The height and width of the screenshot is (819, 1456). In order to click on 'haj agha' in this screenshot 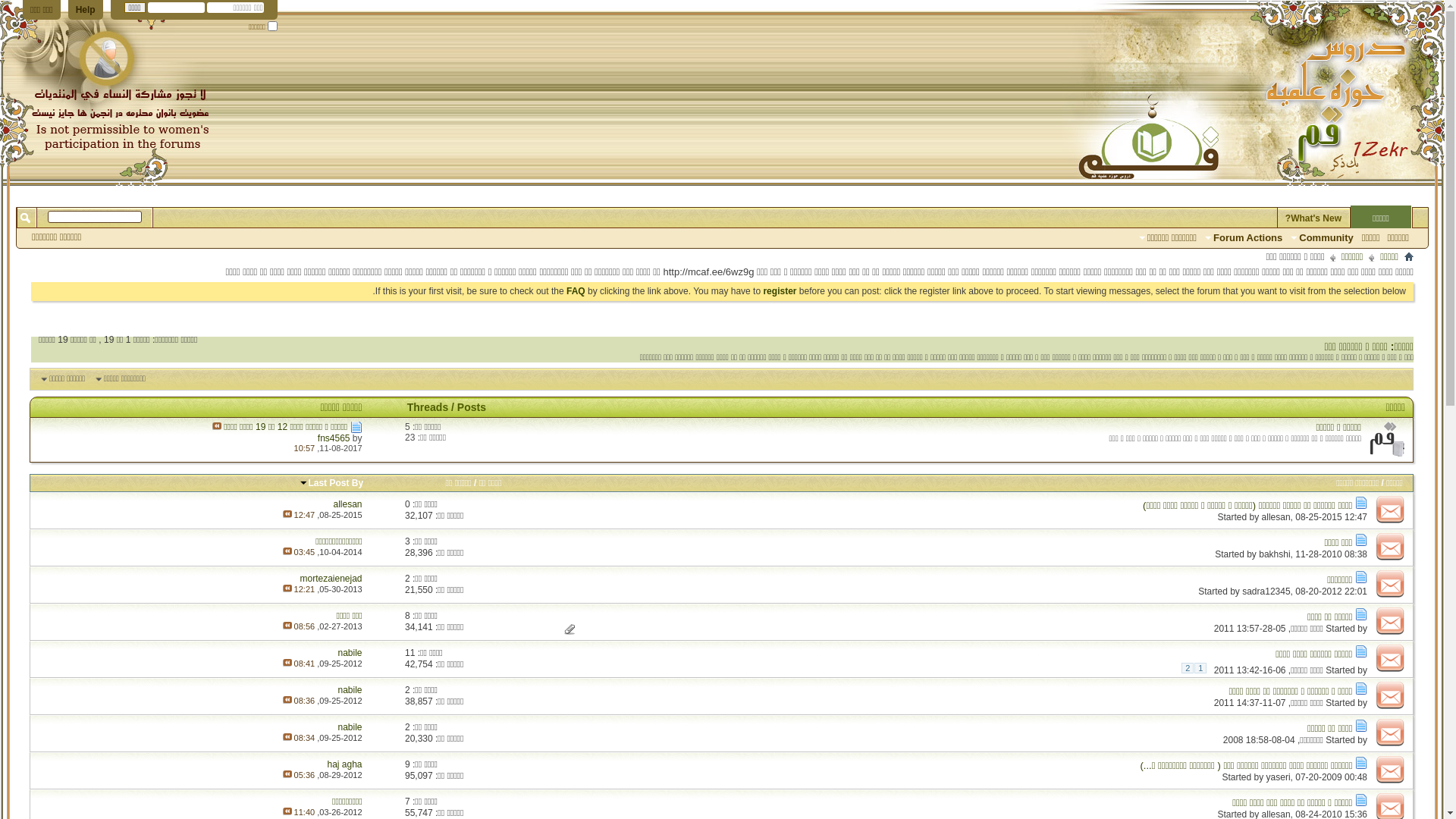, I will do `click(344, 764)`.